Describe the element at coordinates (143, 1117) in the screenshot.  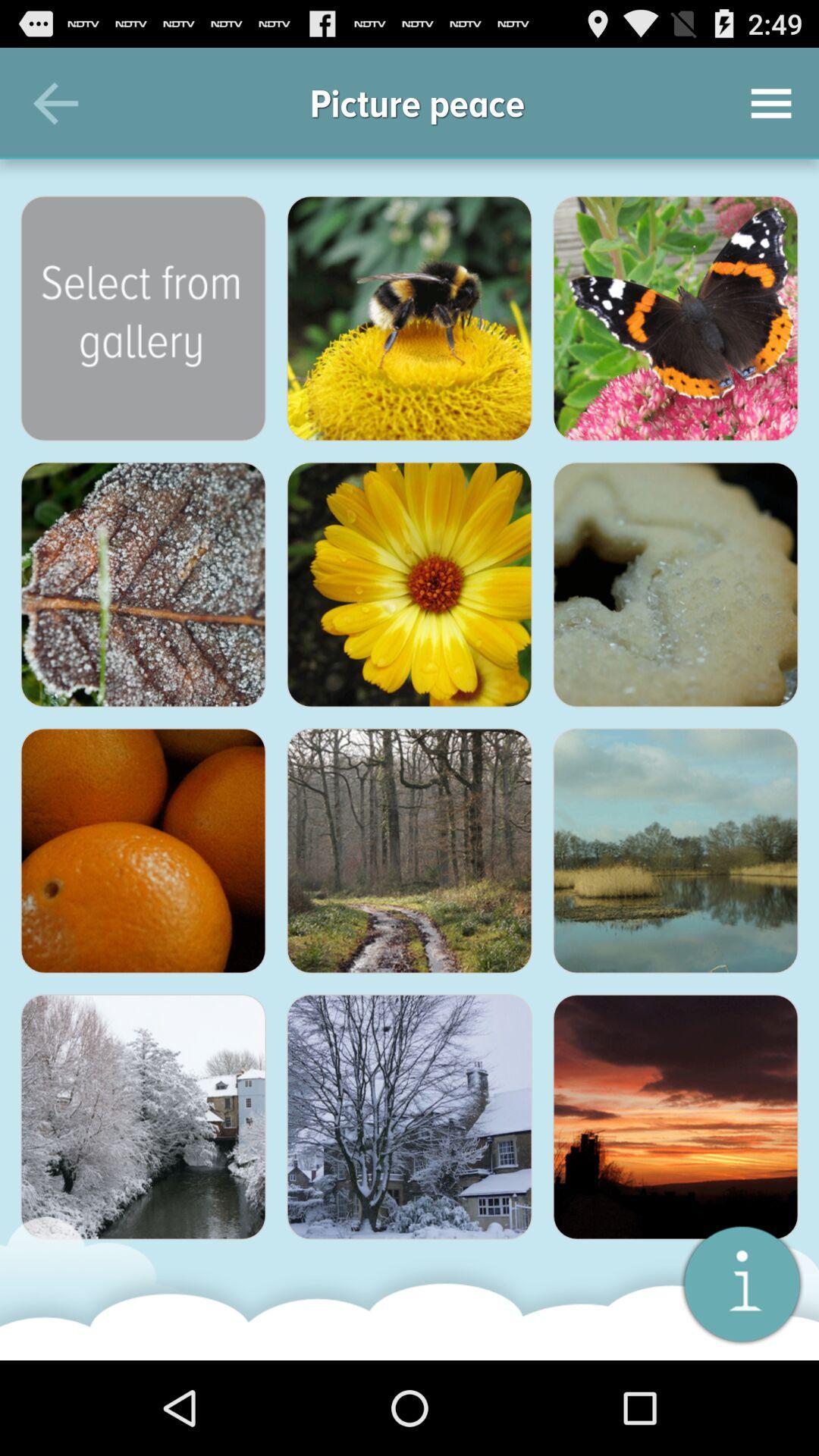
I see `picture` at that location.